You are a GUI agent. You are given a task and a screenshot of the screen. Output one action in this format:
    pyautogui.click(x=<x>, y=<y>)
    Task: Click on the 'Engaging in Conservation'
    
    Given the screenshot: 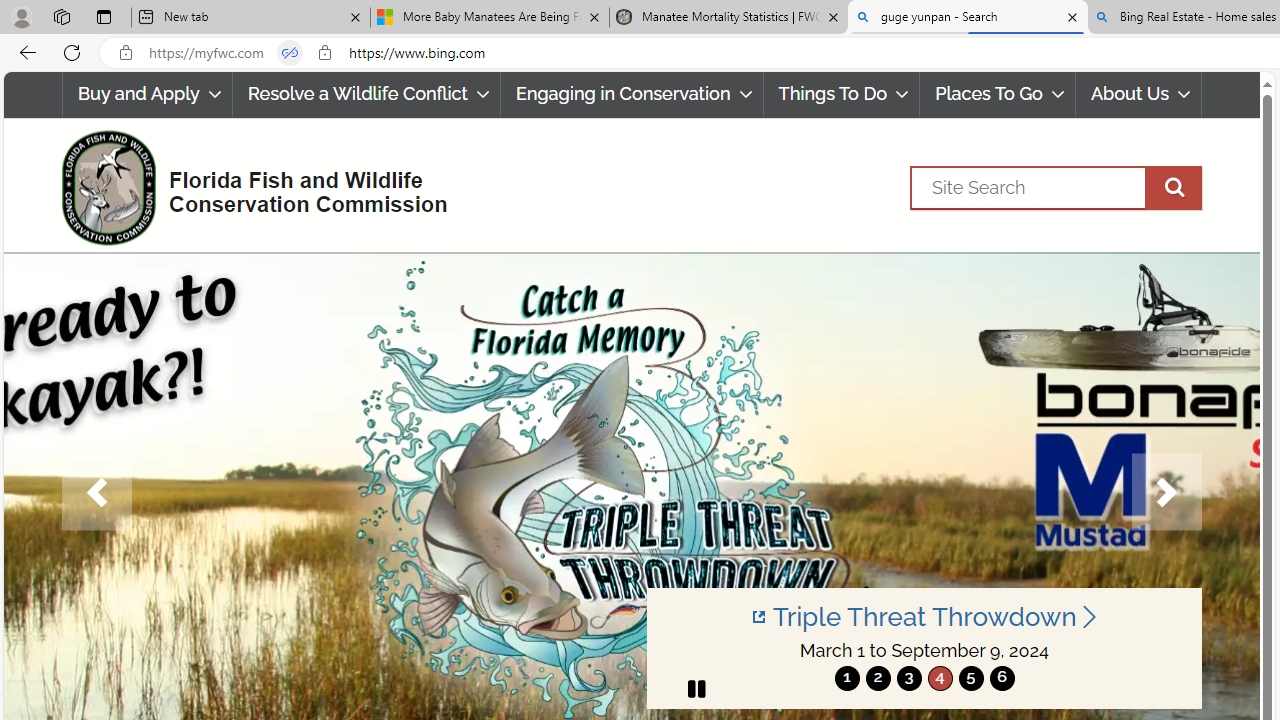 What is the action you would take?
    pyautogui.click(x=630, y=94)
    